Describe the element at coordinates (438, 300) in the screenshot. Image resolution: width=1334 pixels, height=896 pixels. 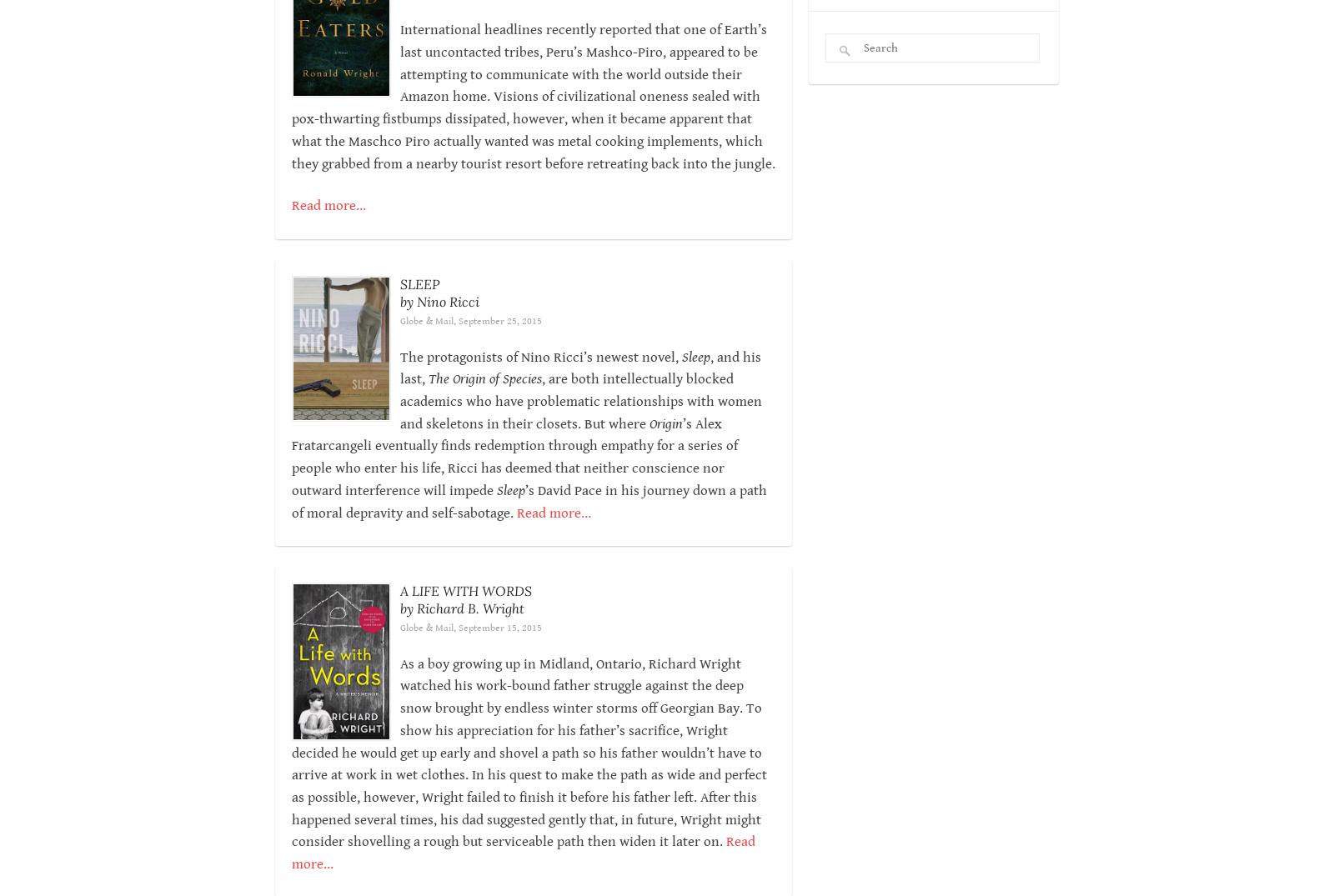
I see `'by Nino Ricci'` at that location.